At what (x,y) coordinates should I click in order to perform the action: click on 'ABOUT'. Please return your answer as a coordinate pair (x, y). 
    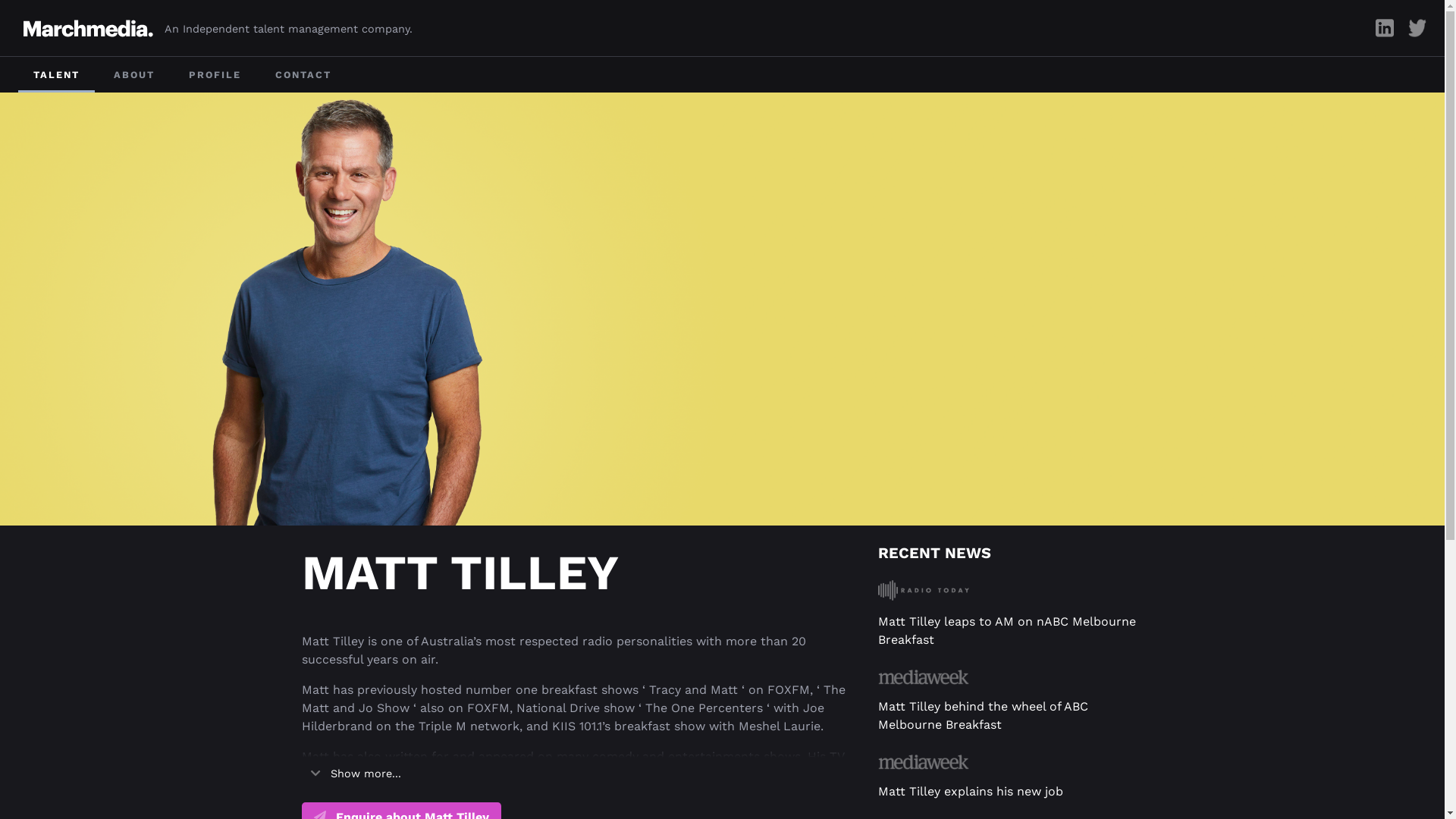
    Looking at the image, I should click on (134, 74).